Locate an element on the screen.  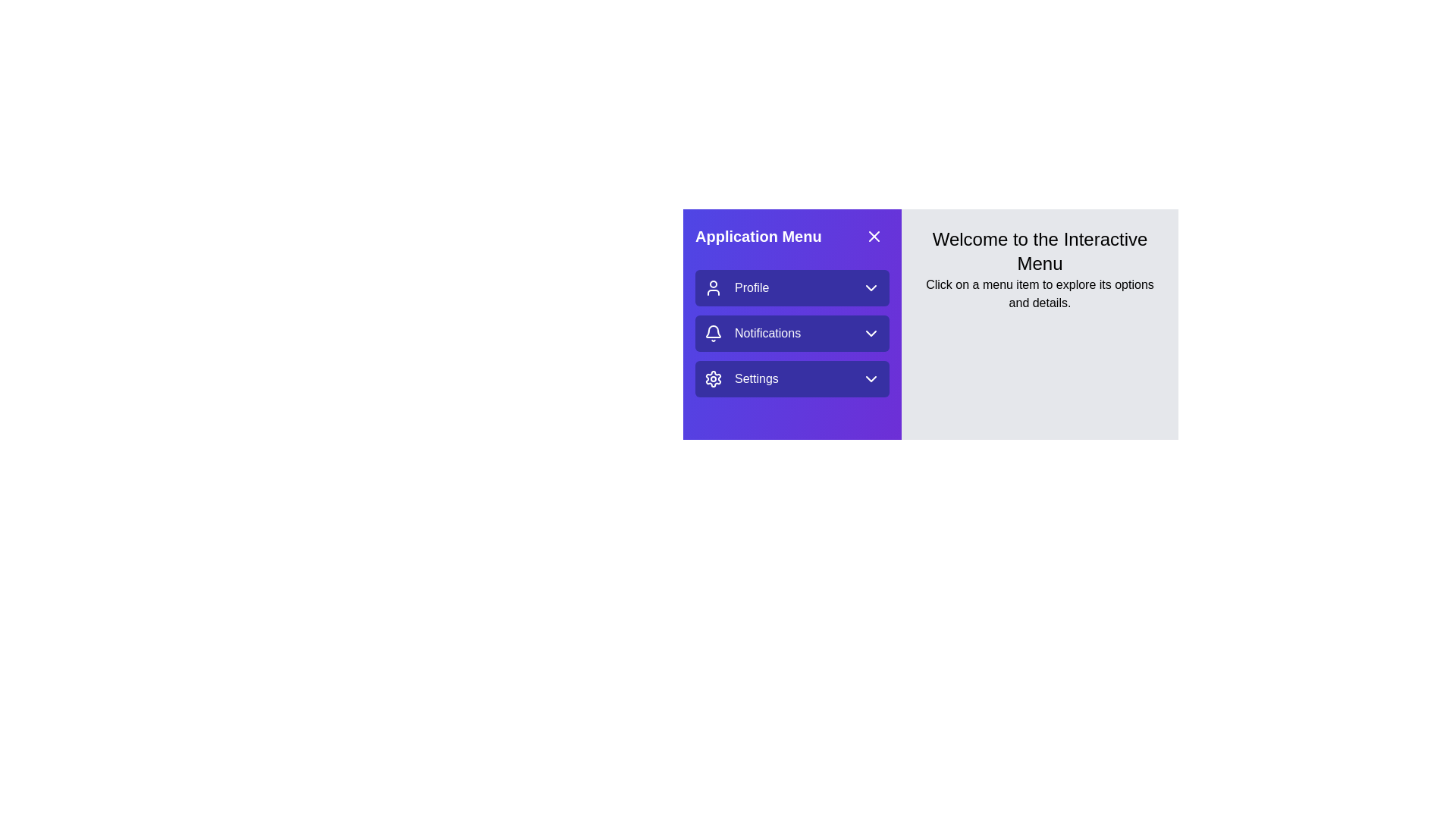
the 'Profile' text label within the navigation menu for interaction is located at coordinates (752, 288).